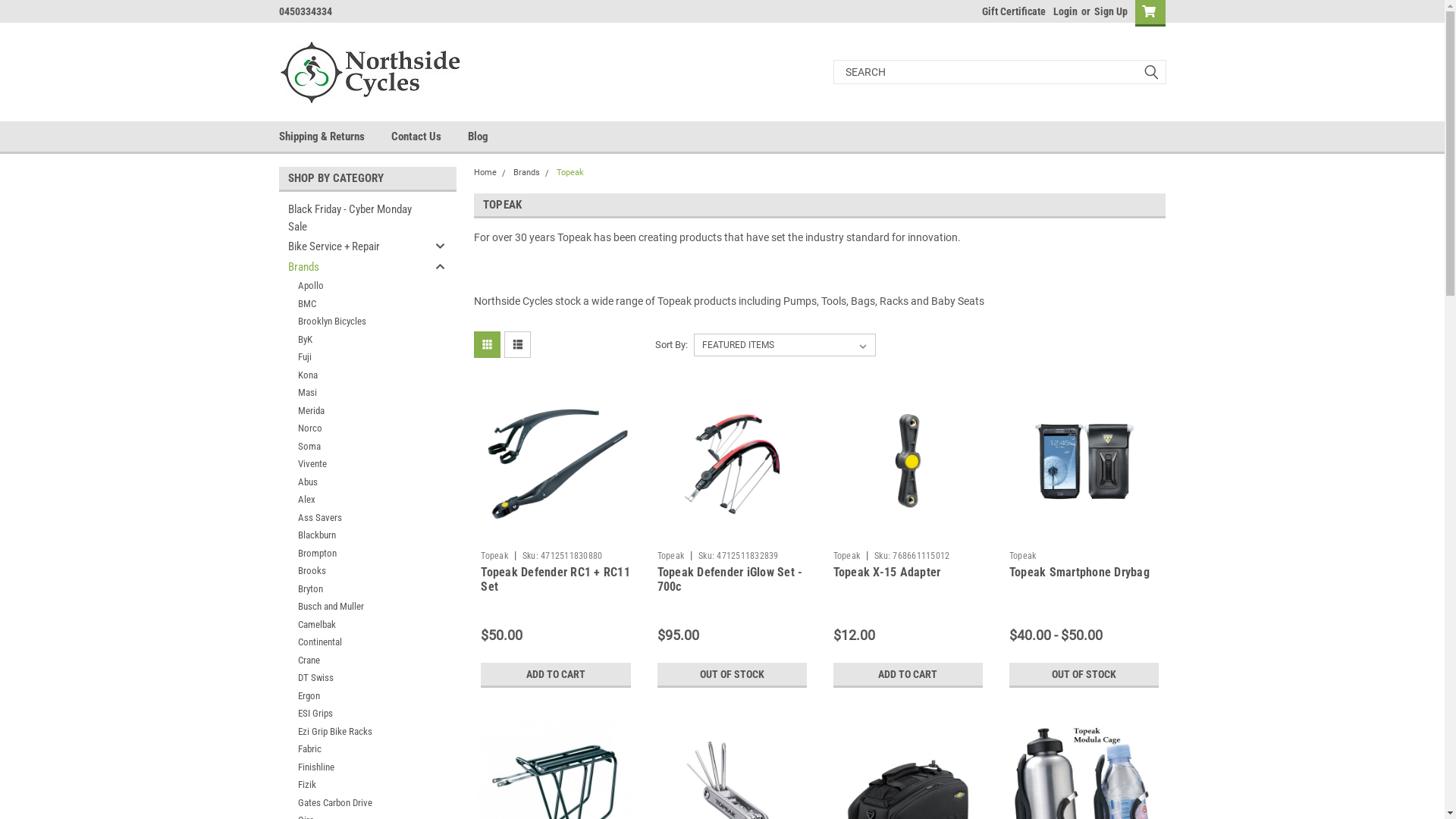 This screenshot has width=1456, height=819. What do you see at coordinates (554, 579) in the screenshot?
I see `'Topeak Defender RC1 + RC11 Set'` at bounding box center [554, 579].